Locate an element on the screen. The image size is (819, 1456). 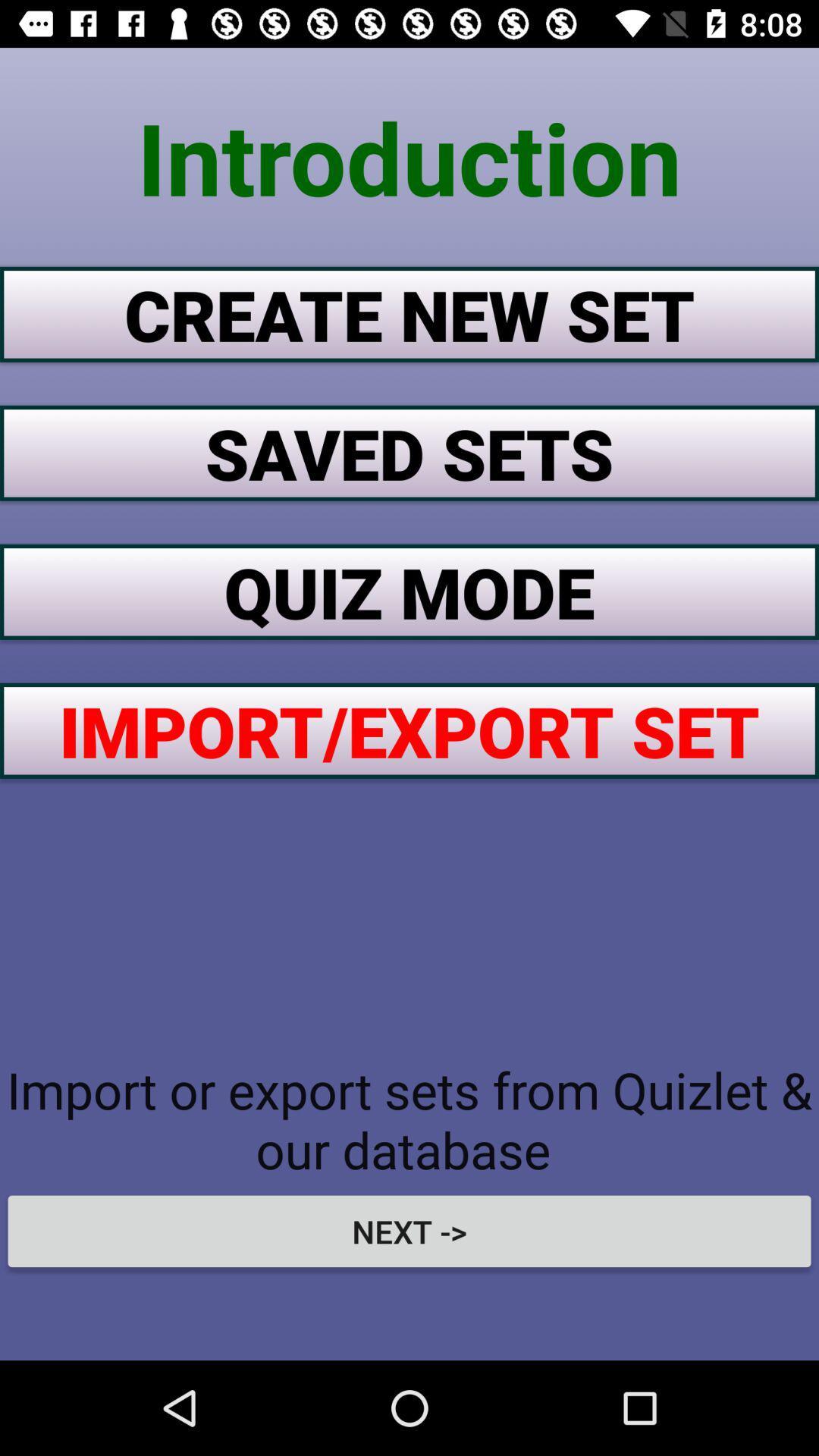
create new set button is located at coordinates (409, 313).